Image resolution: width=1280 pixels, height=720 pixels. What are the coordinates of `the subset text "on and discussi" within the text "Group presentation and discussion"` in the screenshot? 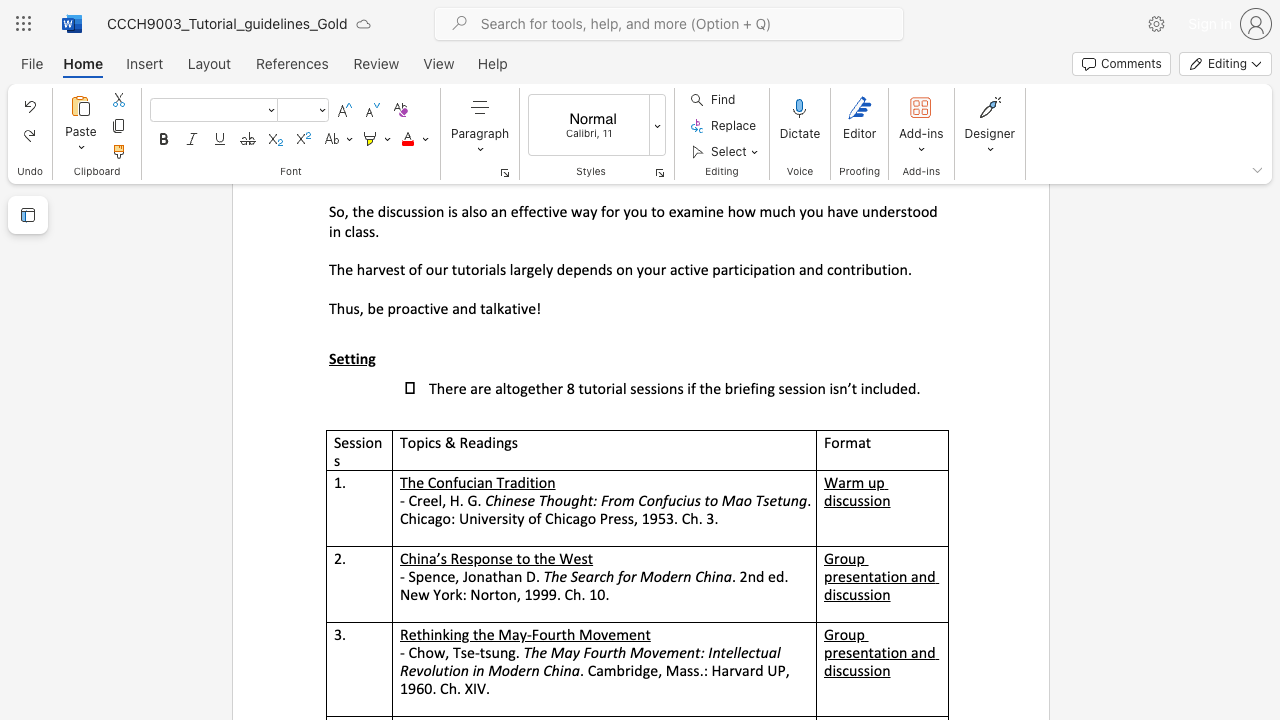 It's located at (889, 576).